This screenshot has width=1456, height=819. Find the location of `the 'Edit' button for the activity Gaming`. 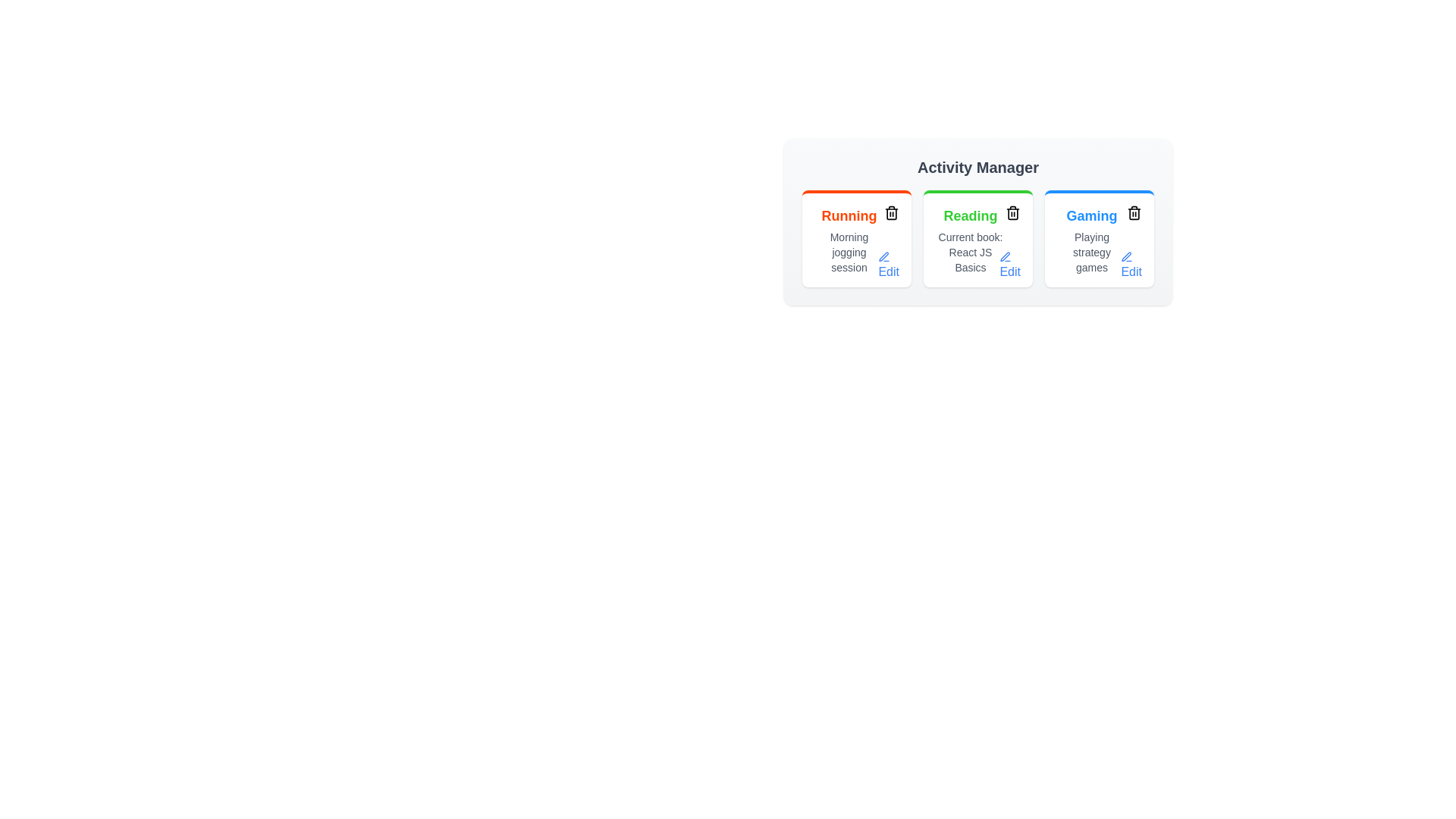

the 'Edit' button for the activity Gaming is located at coordinates (1131, 265).